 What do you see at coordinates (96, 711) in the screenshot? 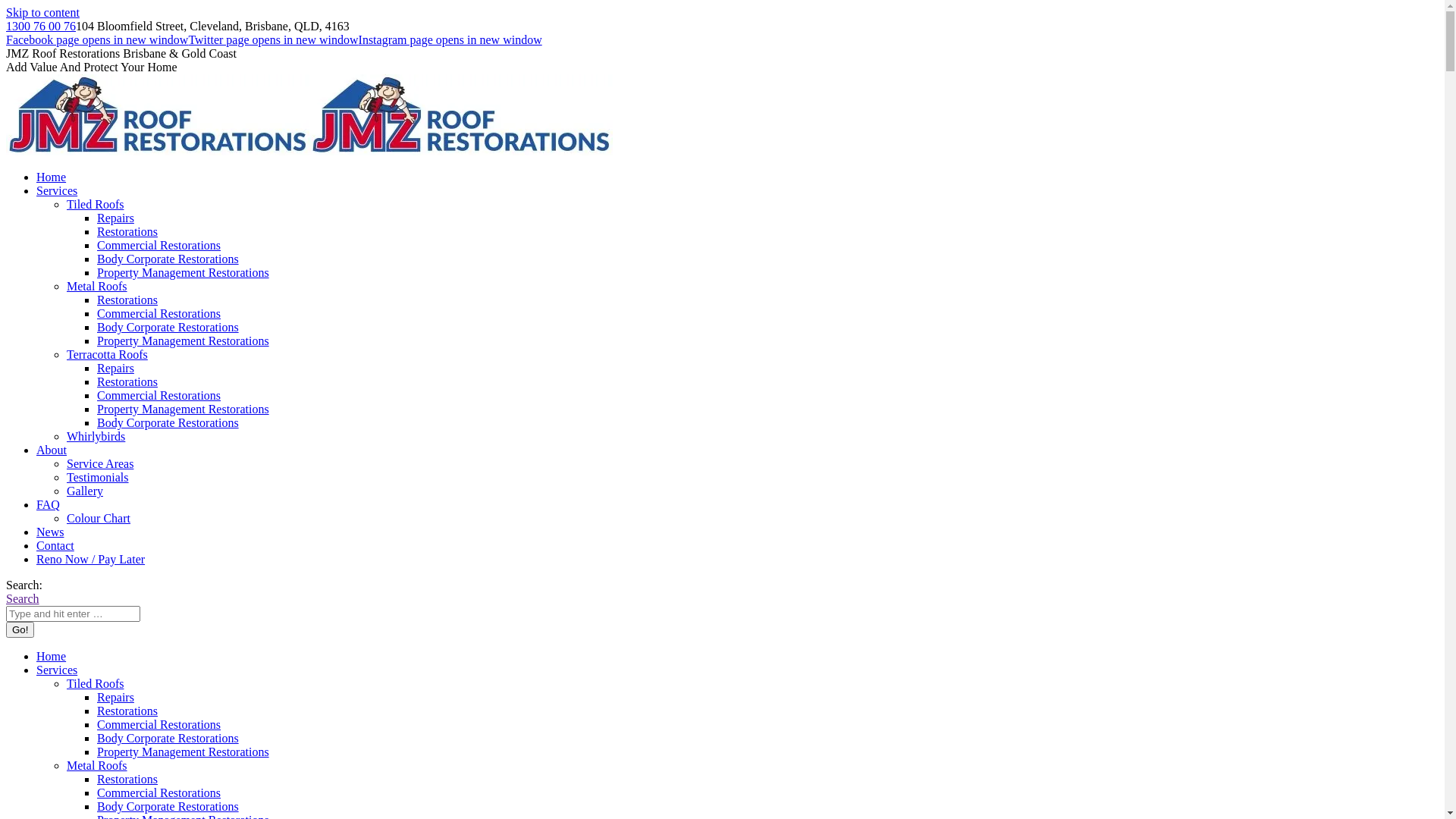
I see `'Restorations'` at bounding box center [96, 711].